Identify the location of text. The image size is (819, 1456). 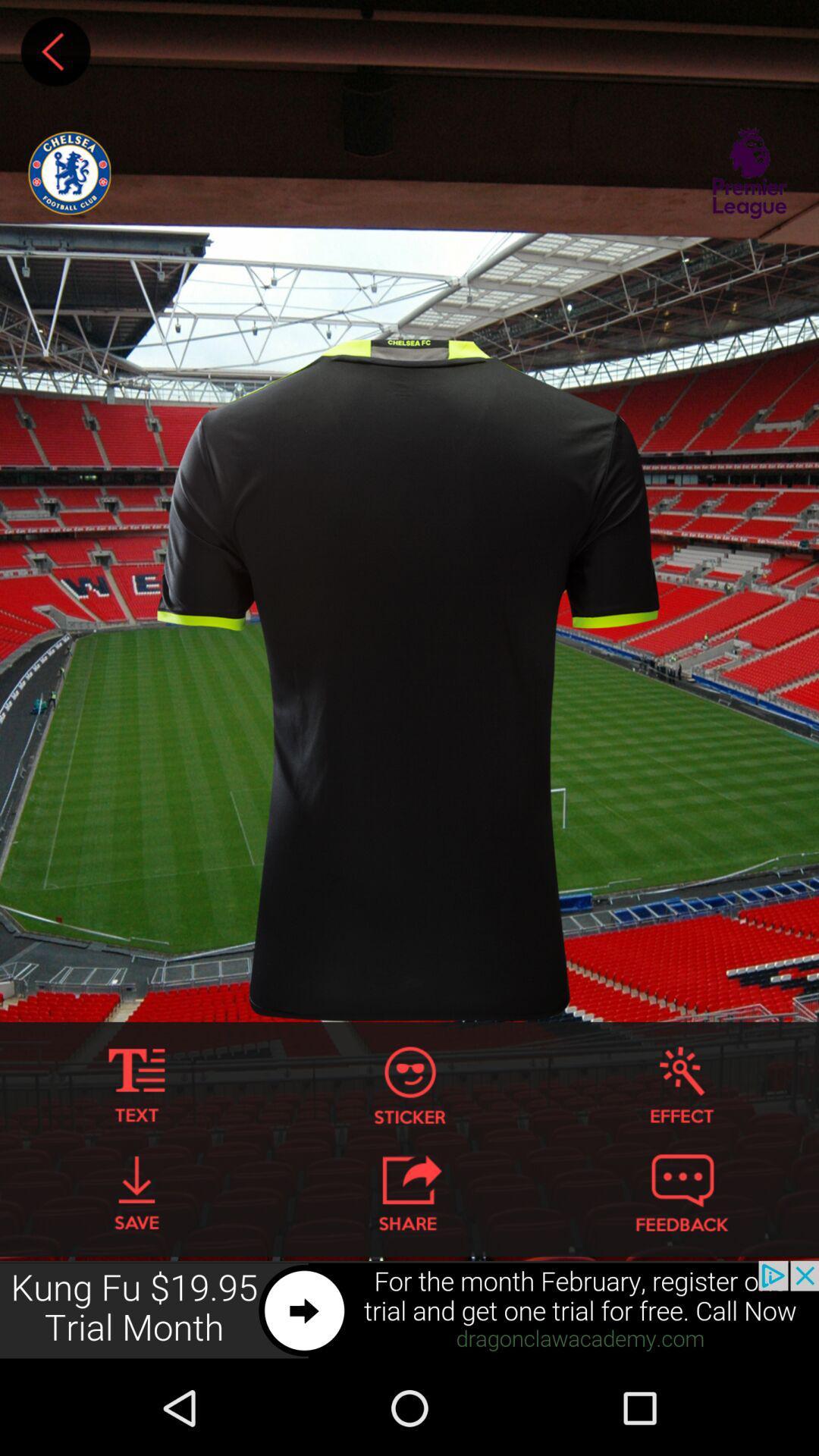
(136, 1084).